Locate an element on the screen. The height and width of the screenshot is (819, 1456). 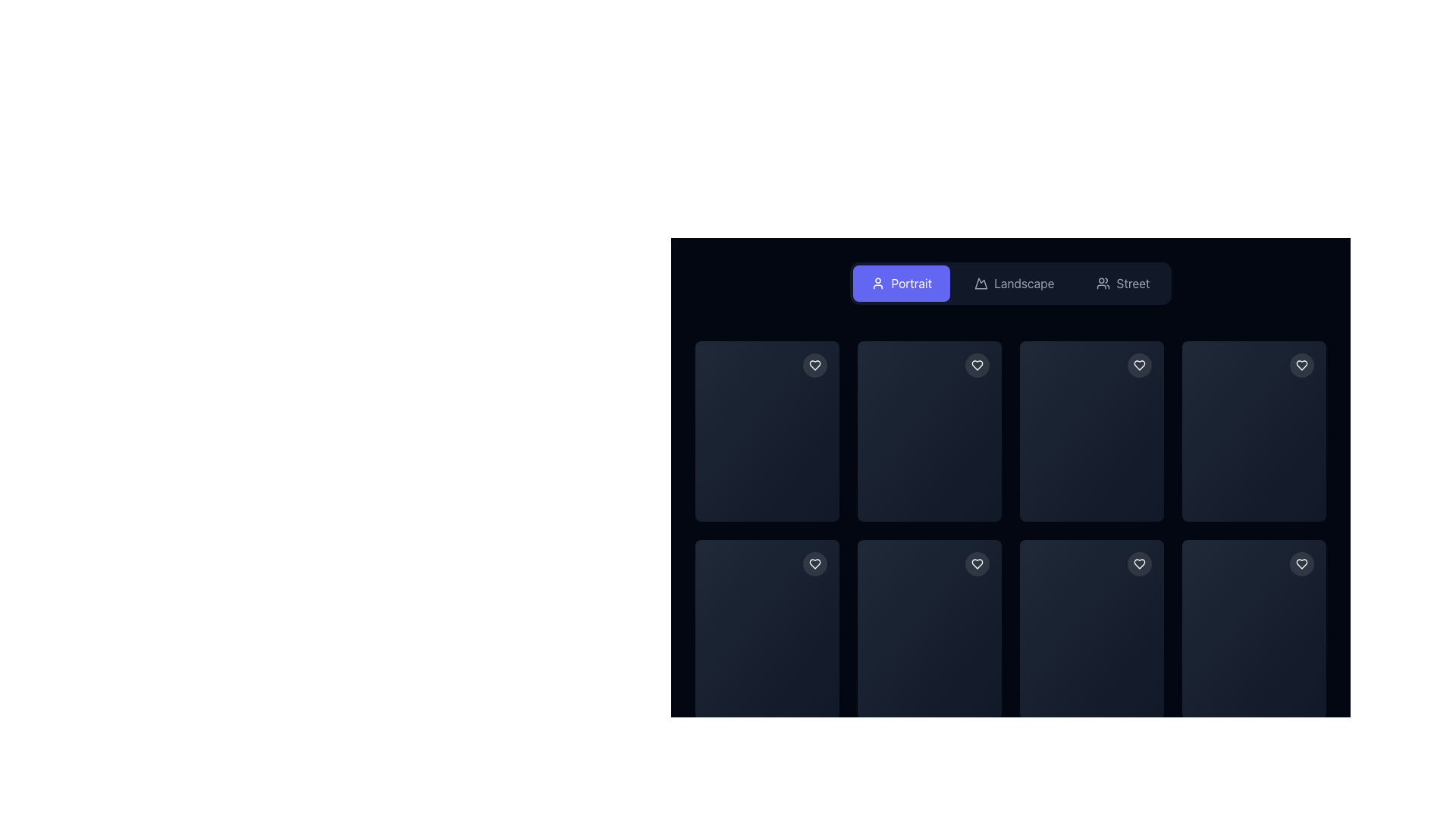
the third button in the horizontal row that filters content related to 'Street' is located at coordinates (1123, 284).